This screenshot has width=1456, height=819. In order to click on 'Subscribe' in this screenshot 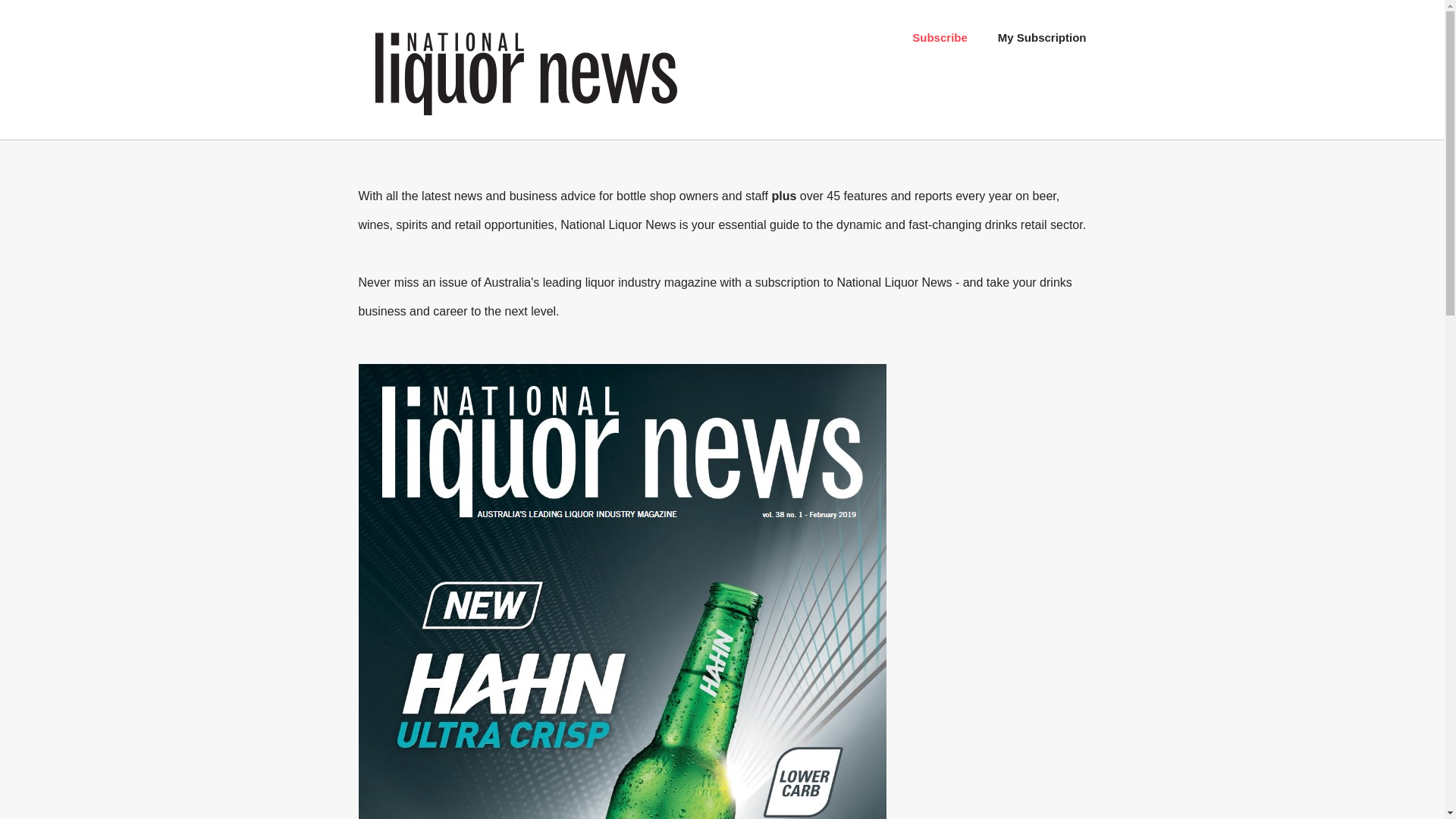, I will do `click(939, 36)`.